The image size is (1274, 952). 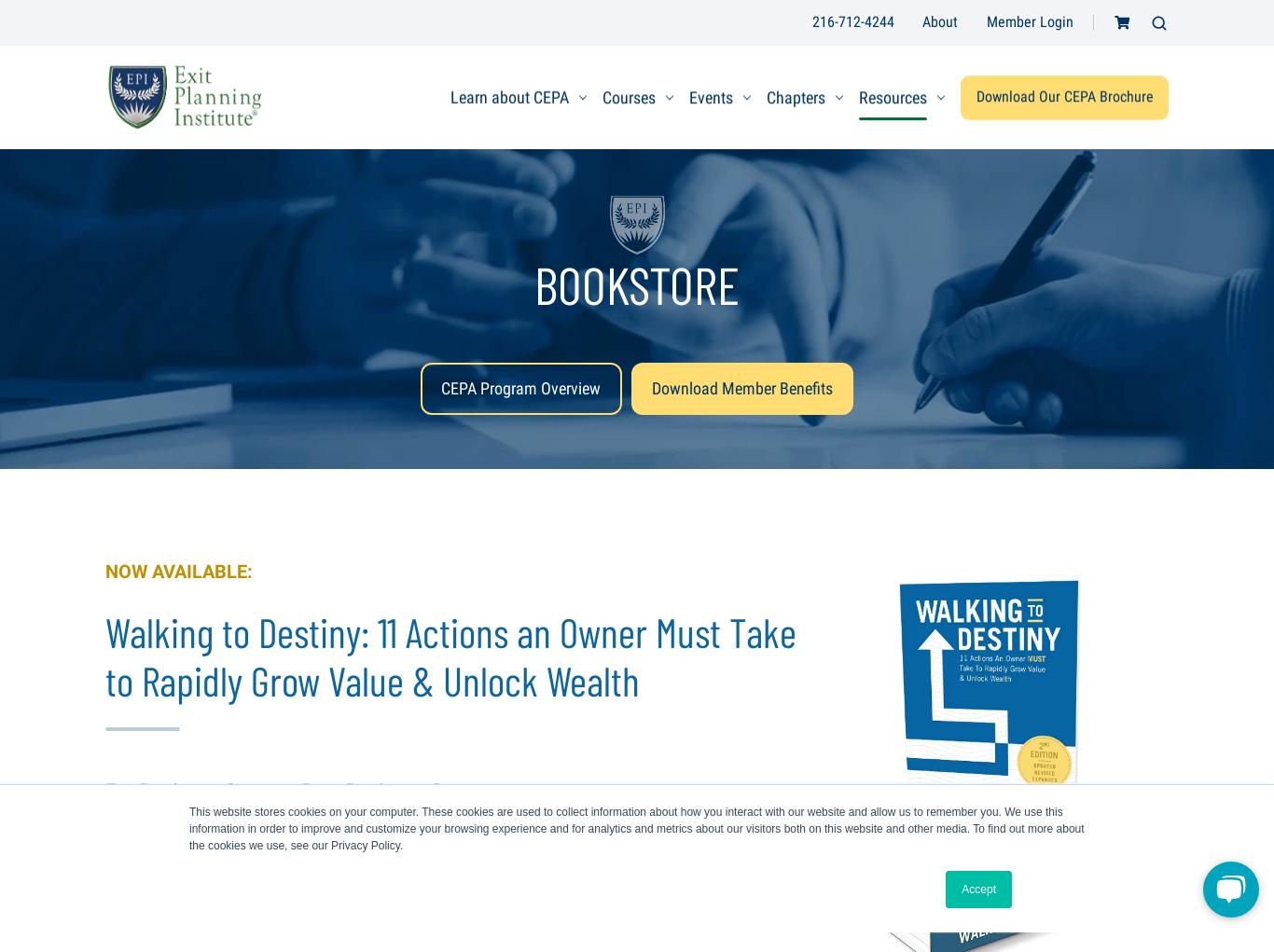 I want to click on 'BOOKSTORE', so click(x=533, y=283).